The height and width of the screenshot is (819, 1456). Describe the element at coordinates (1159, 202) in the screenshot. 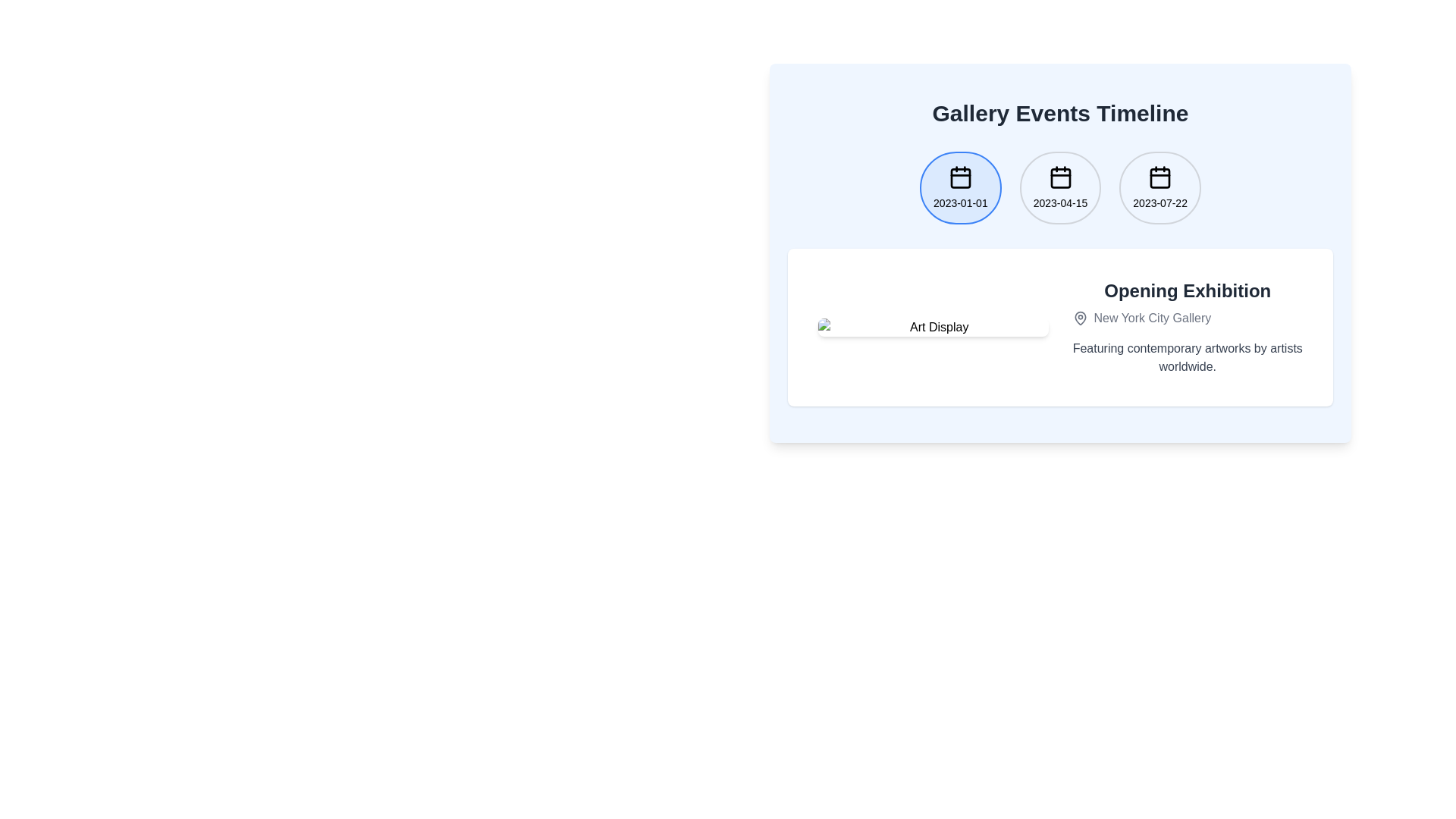

I see `displayed date from the Text label indicating the last date in a horizontal sequence of three date elements, located in the top-right corner of the timeline section` at that location.